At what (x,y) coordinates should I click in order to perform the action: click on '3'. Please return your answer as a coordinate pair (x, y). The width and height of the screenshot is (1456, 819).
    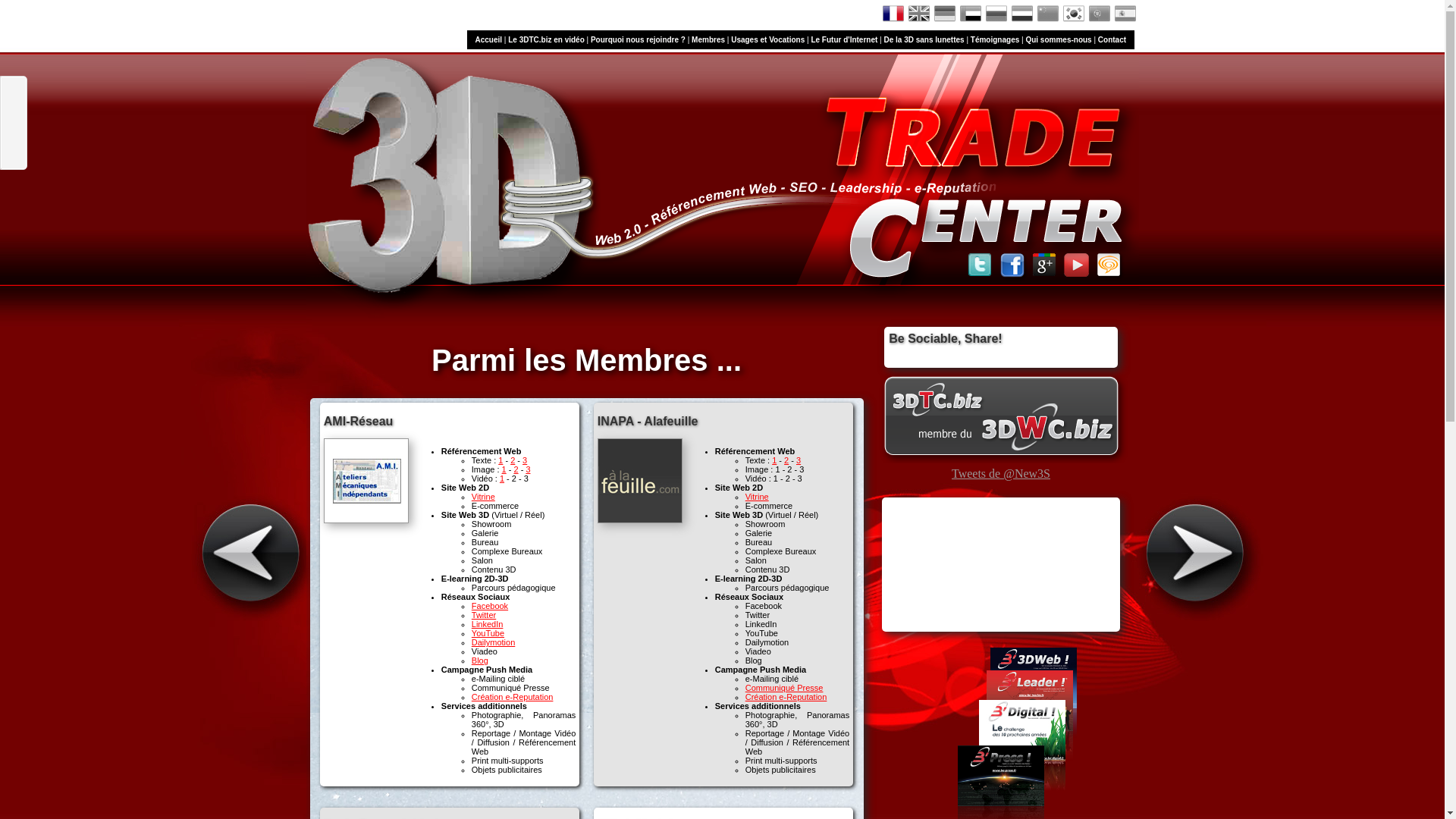
    Looking at the image, I should click on (528, 468).